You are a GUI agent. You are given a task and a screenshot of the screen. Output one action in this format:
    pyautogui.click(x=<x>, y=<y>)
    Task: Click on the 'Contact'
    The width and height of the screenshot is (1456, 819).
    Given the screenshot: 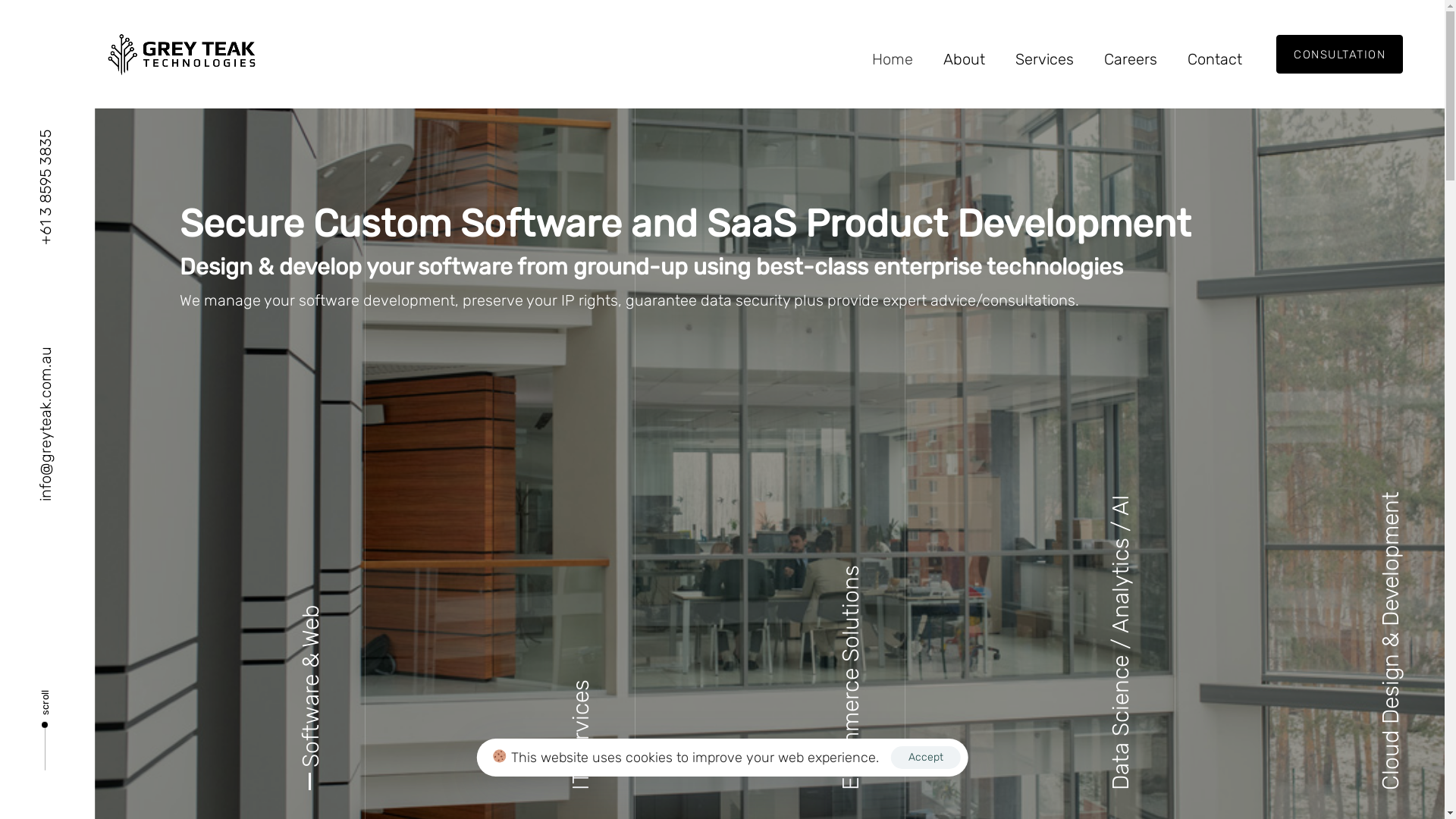 What is the action you would take?
    pyautogui.click(x=1171, y=58)
    